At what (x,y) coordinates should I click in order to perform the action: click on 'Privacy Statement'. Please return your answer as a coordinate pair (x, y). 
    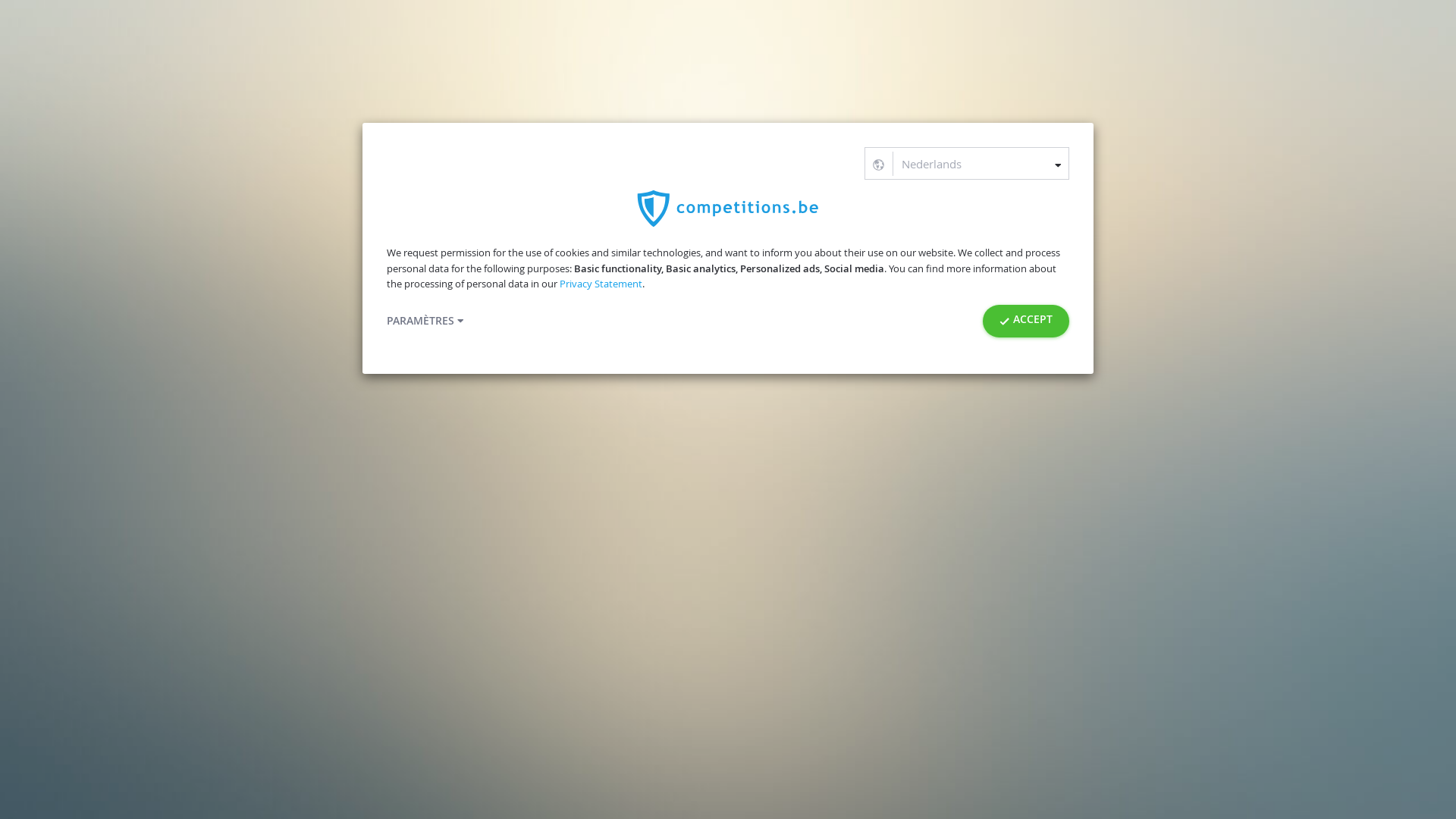
    Looking at the image, I should click on (600, 284).